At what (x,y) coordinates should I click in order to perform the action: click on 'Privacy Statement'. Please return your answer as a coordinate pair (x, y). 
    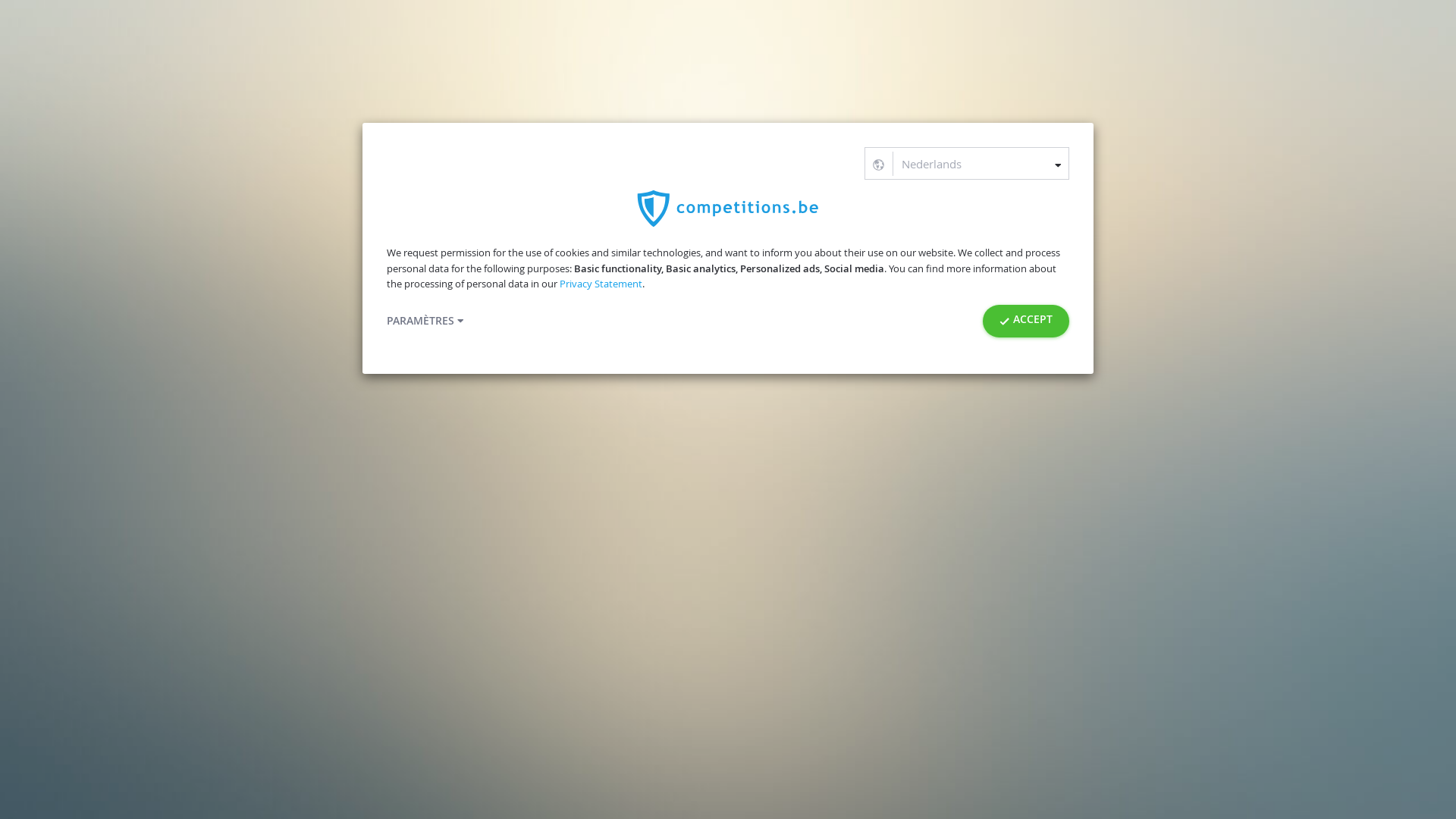
    Looking at the image, I should click on (600, 284).